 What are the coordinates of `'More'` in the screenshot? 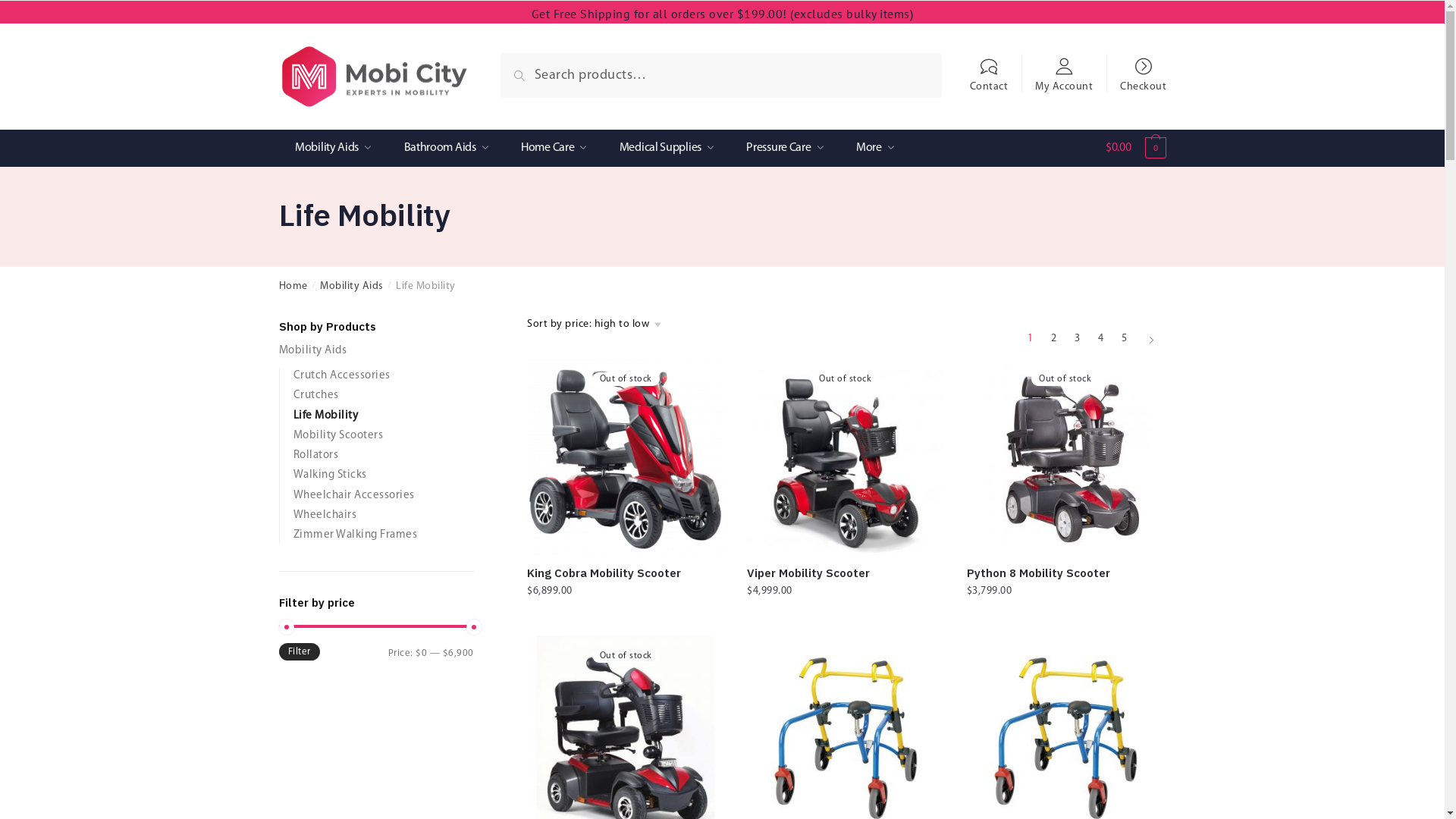 It's located at (874, 148).